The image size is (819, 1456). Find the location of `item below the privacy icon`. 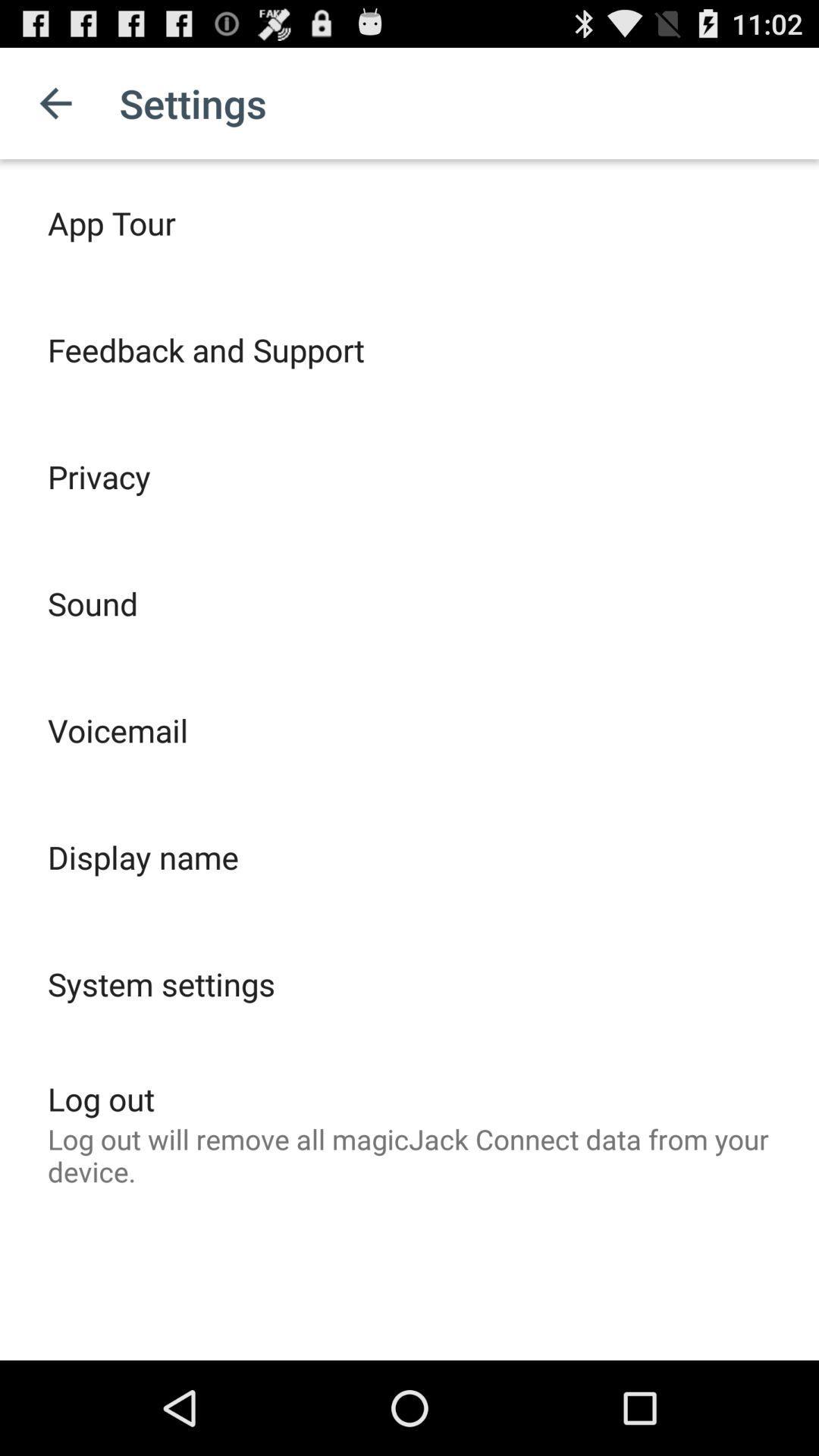

item below the privacy icon is located at coordinates (93, 602).